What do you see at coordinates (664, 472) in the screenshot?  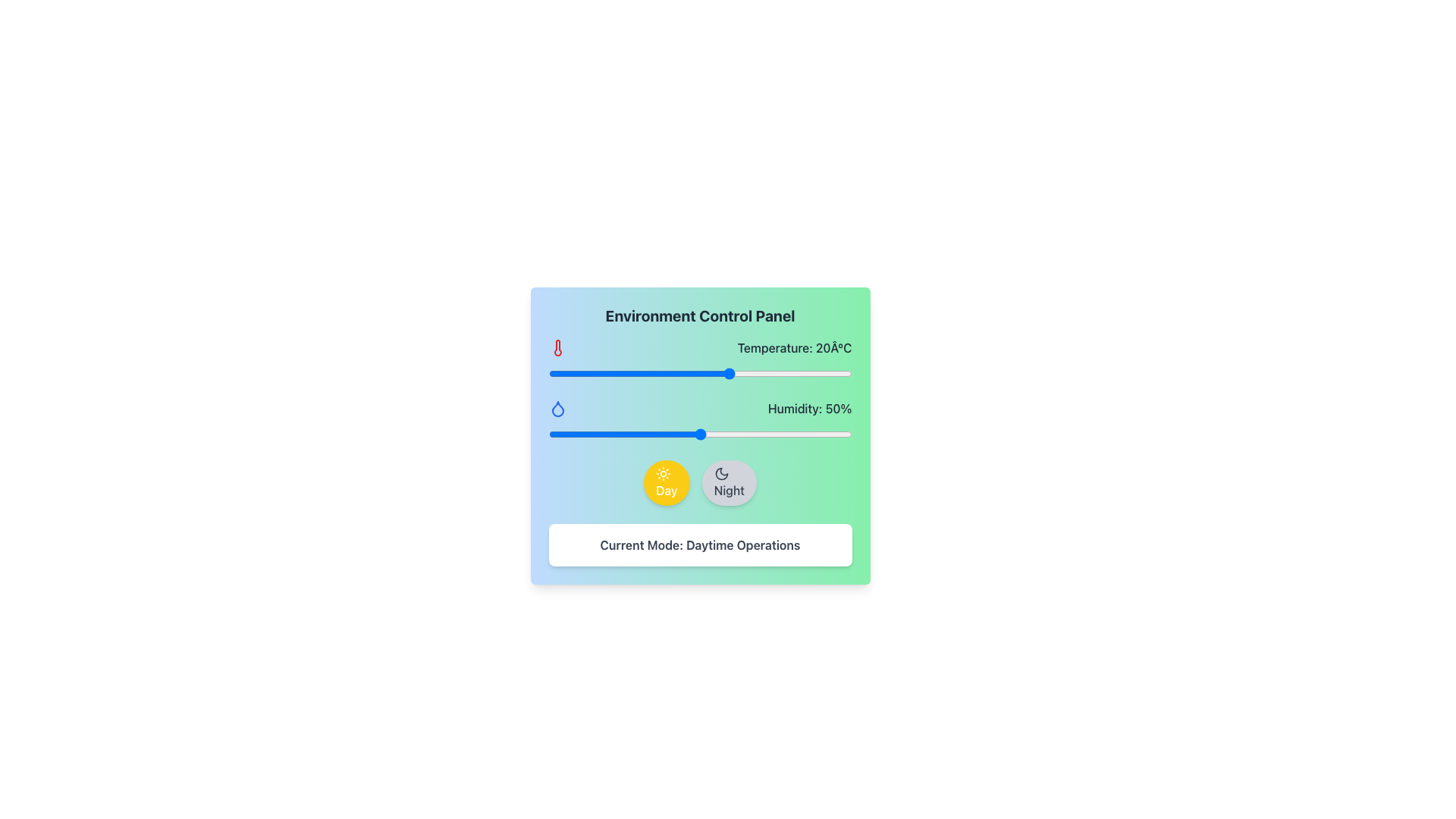 I see `the sun icon in the 'Day' button` at bounding box center [664, 472].